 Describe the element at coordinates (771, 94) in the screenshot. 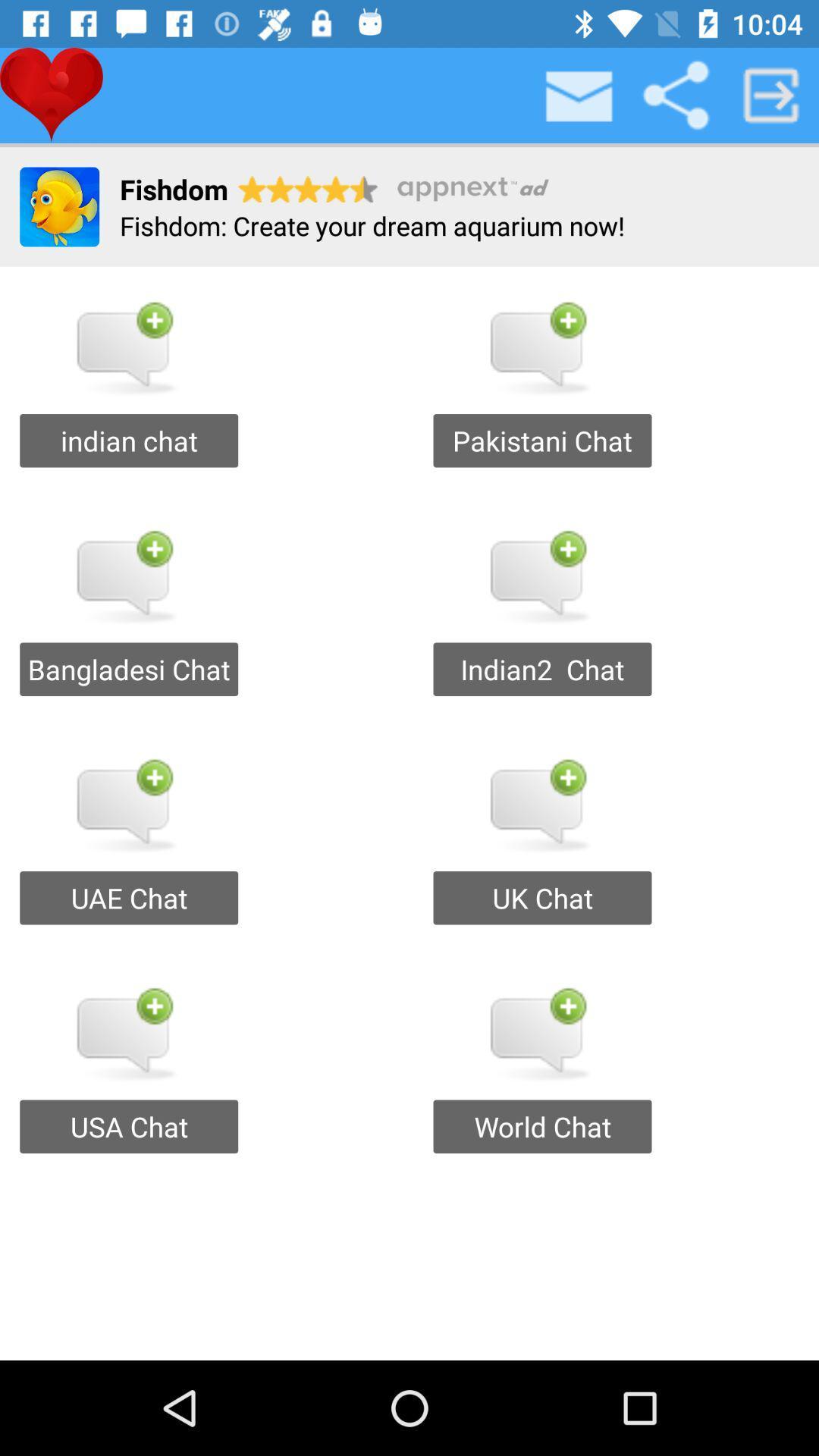

I see `the launch icon` at that location.